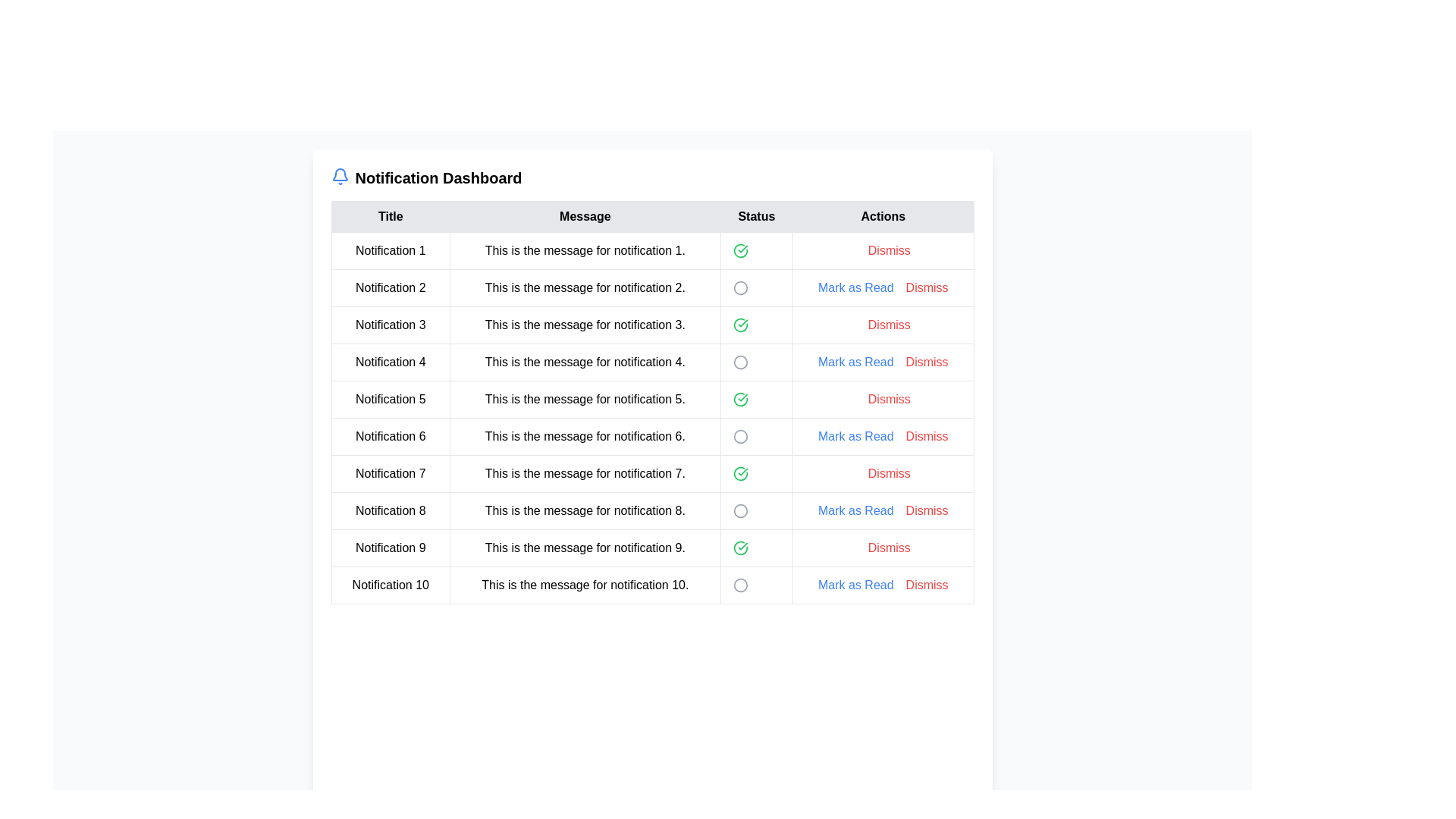 The width and height of the screenshot is (1456, 819). What do you see at coordinates (926, 436) in the screenshot?
I see `the Link Button in the 'Actions' column associated with 'Notification 6' to observe any potential visual effect` at bounding box center [926, 436].